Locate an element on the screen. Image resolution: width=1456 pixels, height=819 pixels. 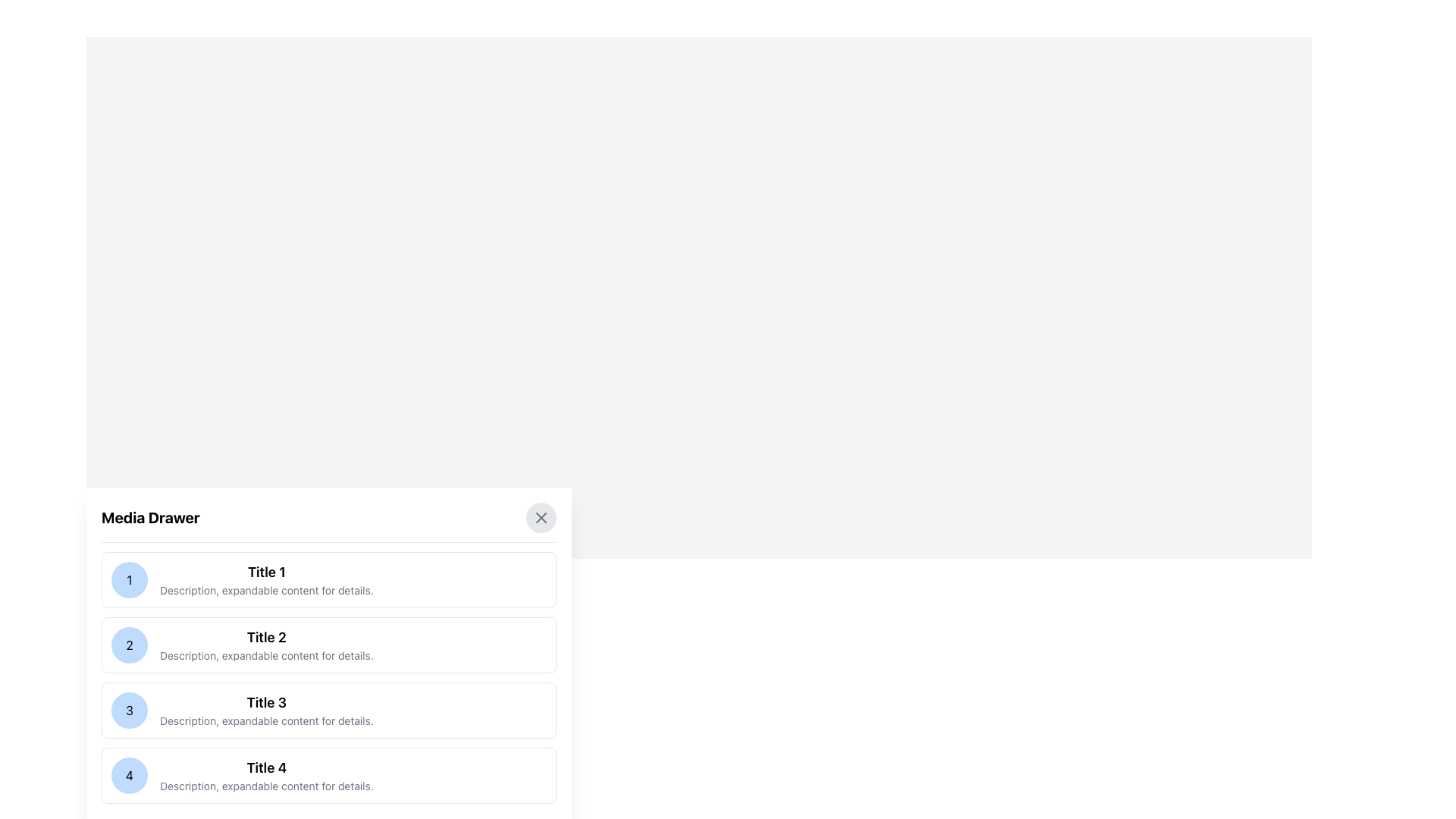
the decorative visual element that serves as an identifier for the first item in the list, located to the left of 'Title 1' is located at coordinates (130, 579).